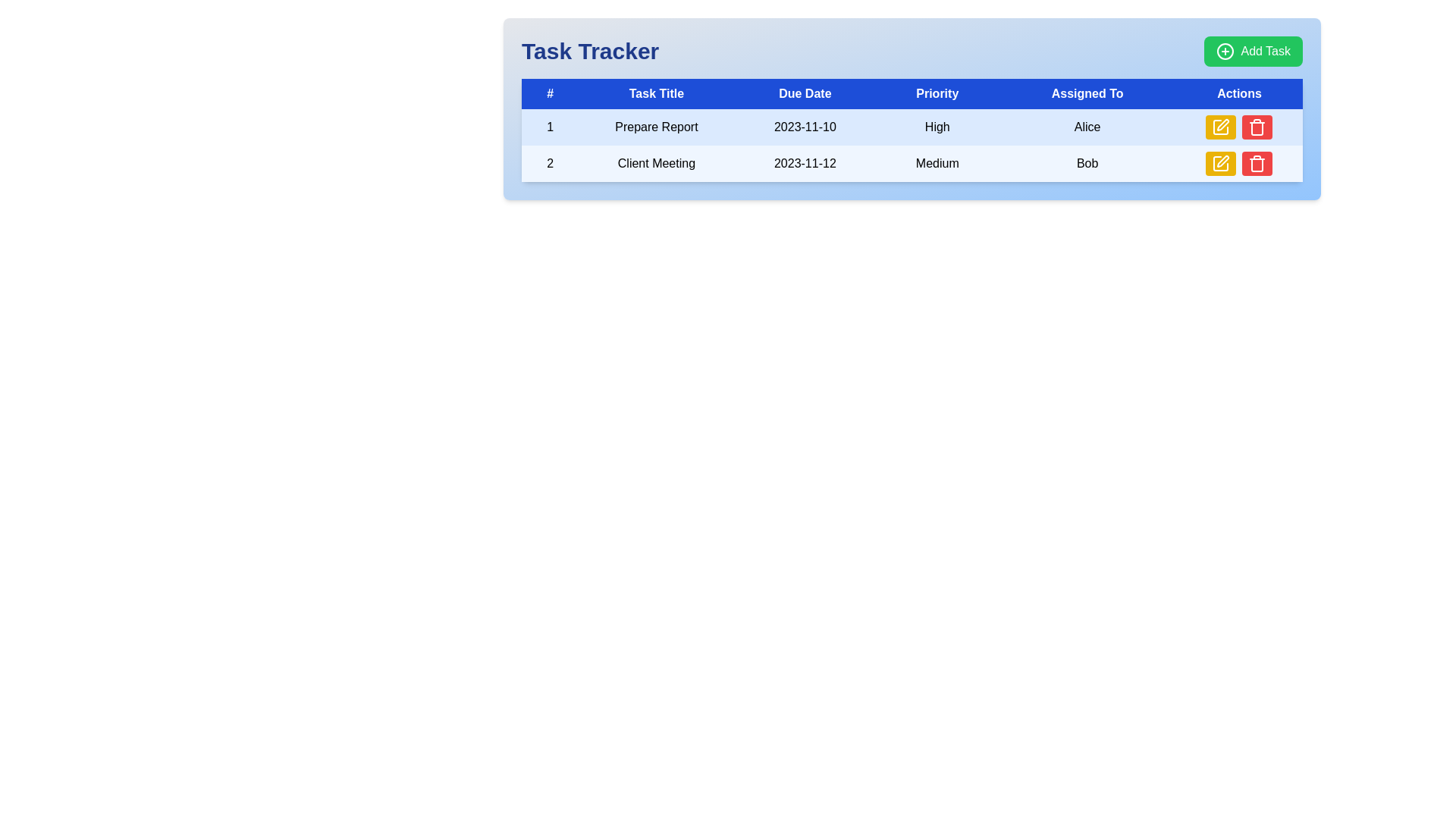 Image resolution: width=1456 pixels, height=819 pixels. What do you see at coordinates (1225, 51) in the screenshot?
I see `the SVG Circle element located to the left of the 'Add Task' button at the top-right corner of the interface, which signifies adding a new task or item` at bounding box center [1225, 51].